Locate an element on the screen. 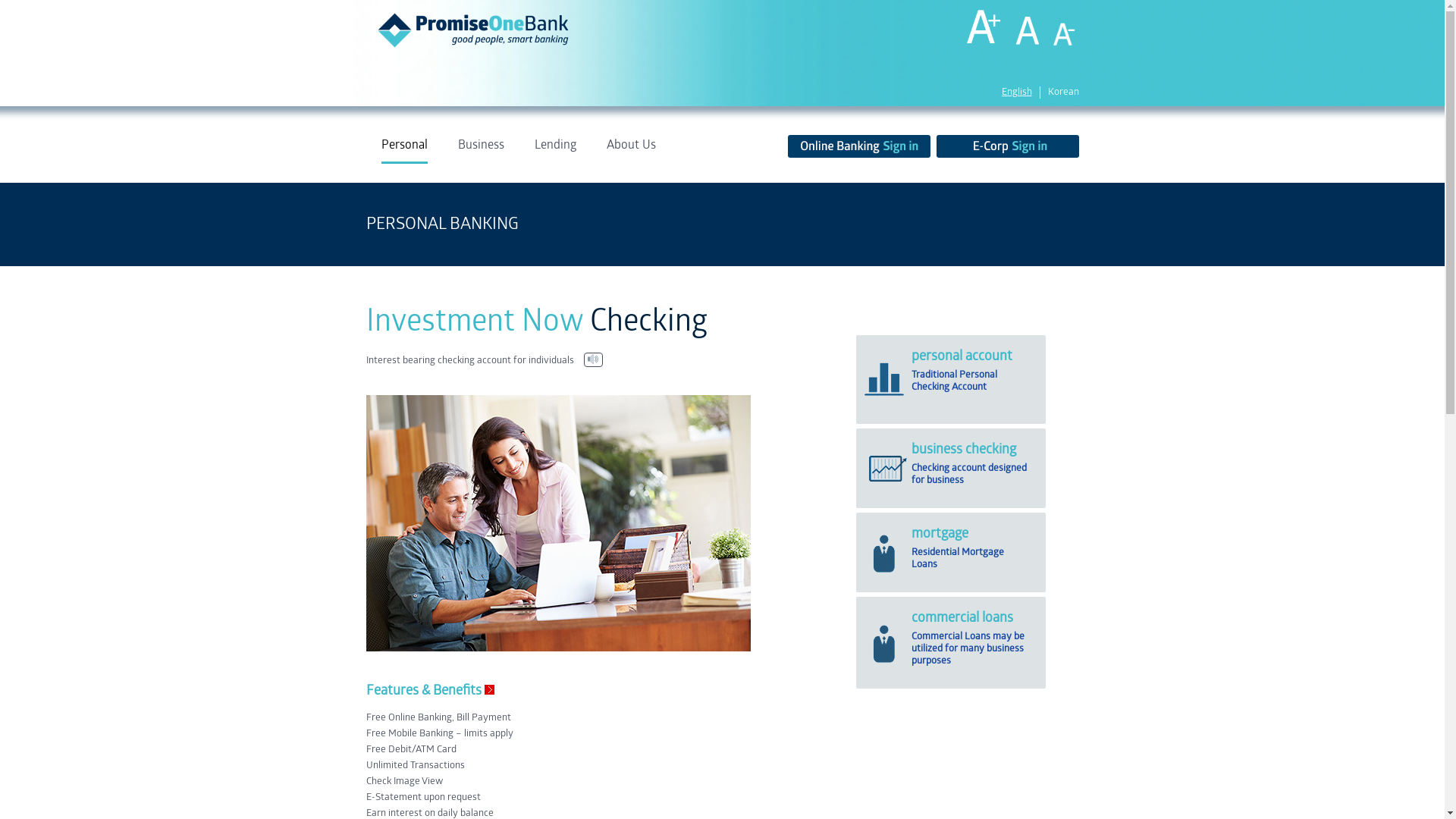 This screenshot has width=1456, height=819. 'About Us' is located at coordinates (631, 151).